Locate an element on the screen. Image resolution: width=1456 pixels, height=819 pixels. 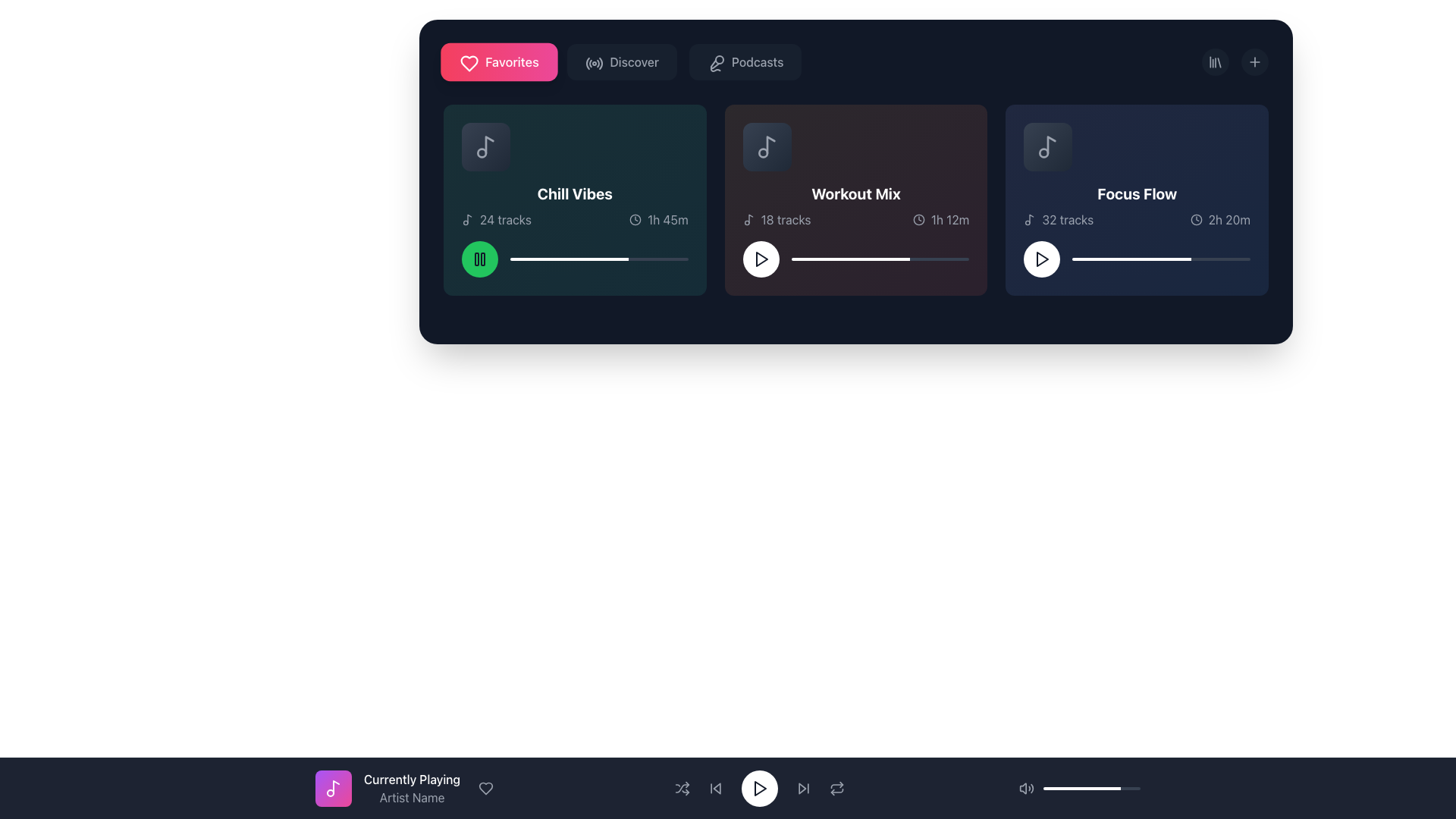
the 'Chill Vibes' playlist card, which has a dark blue background and contains the title in bold white text is located at coordinates (574, 199).